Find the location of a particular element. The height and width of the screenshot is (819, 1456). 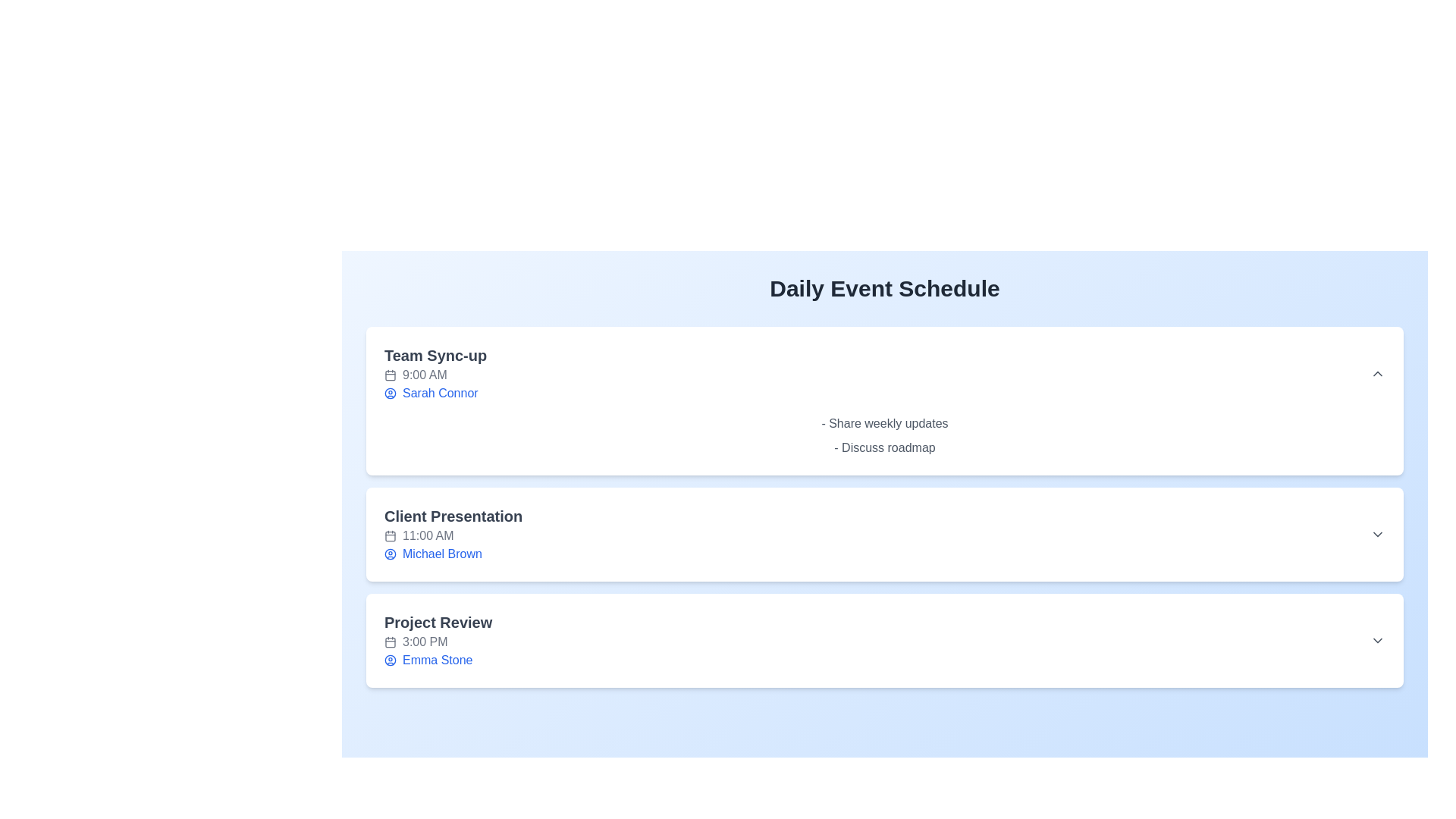

the informational text label representing the first agenda item for the 'Team Sync-up' meeting, located above the text '- Discuss roadmap' is located at coordinates (884, 424).